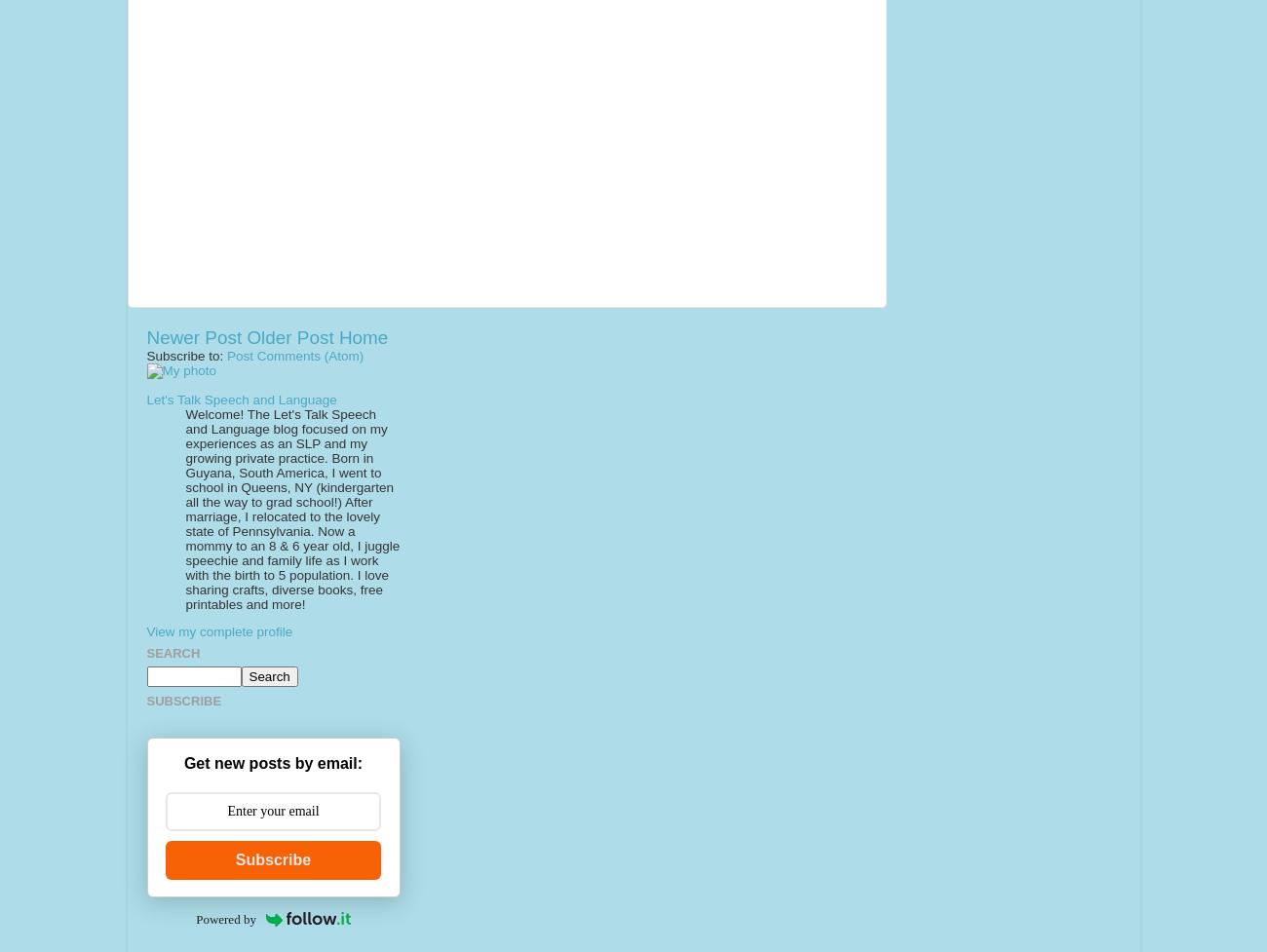  What do you see at coordinates (173, 652) in the screenshot?
I see `'Search'` at bounding box center [173, 652].